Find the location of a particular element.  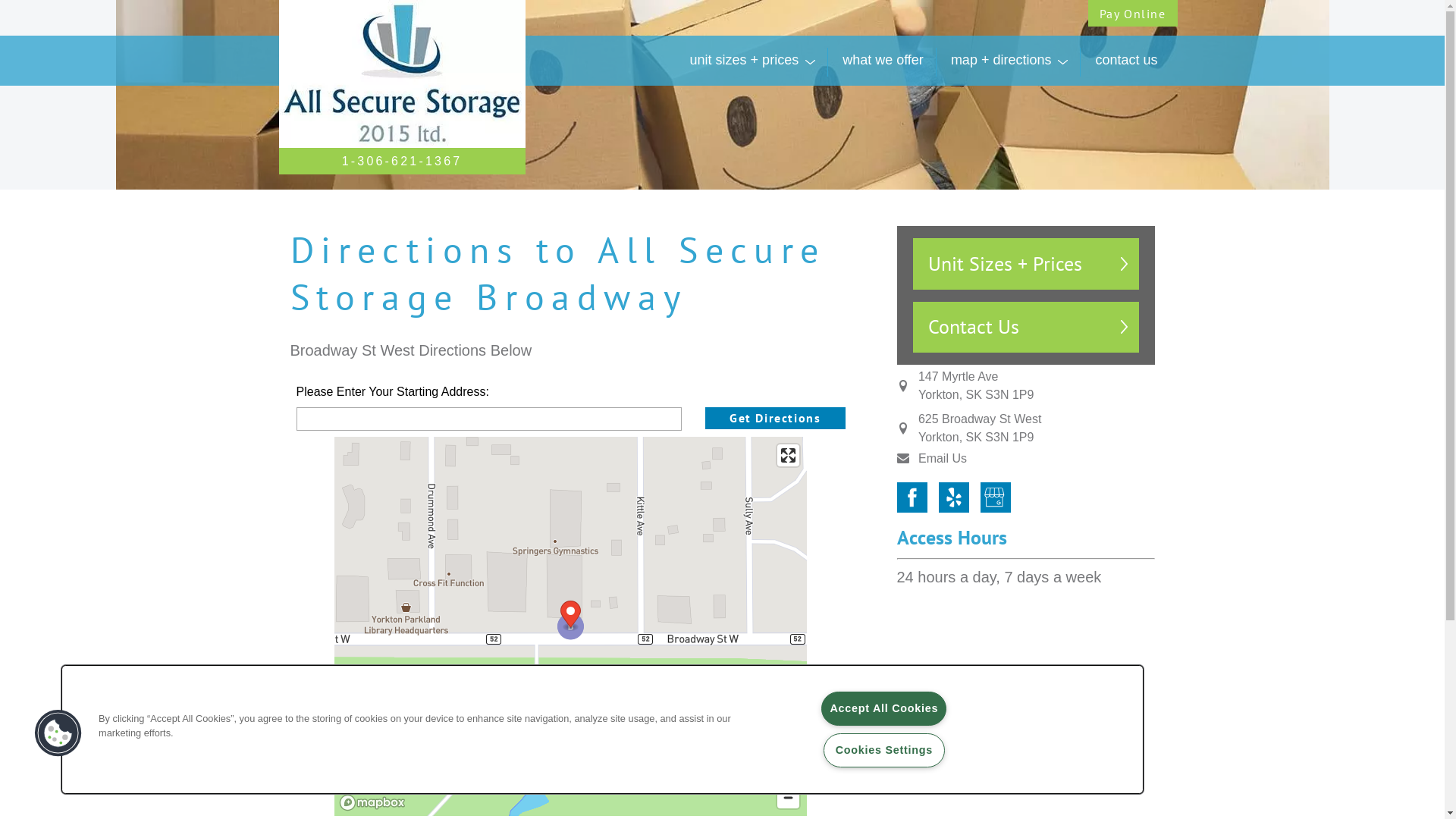

'625 Broadway St West is located at coordinates (917, 428).